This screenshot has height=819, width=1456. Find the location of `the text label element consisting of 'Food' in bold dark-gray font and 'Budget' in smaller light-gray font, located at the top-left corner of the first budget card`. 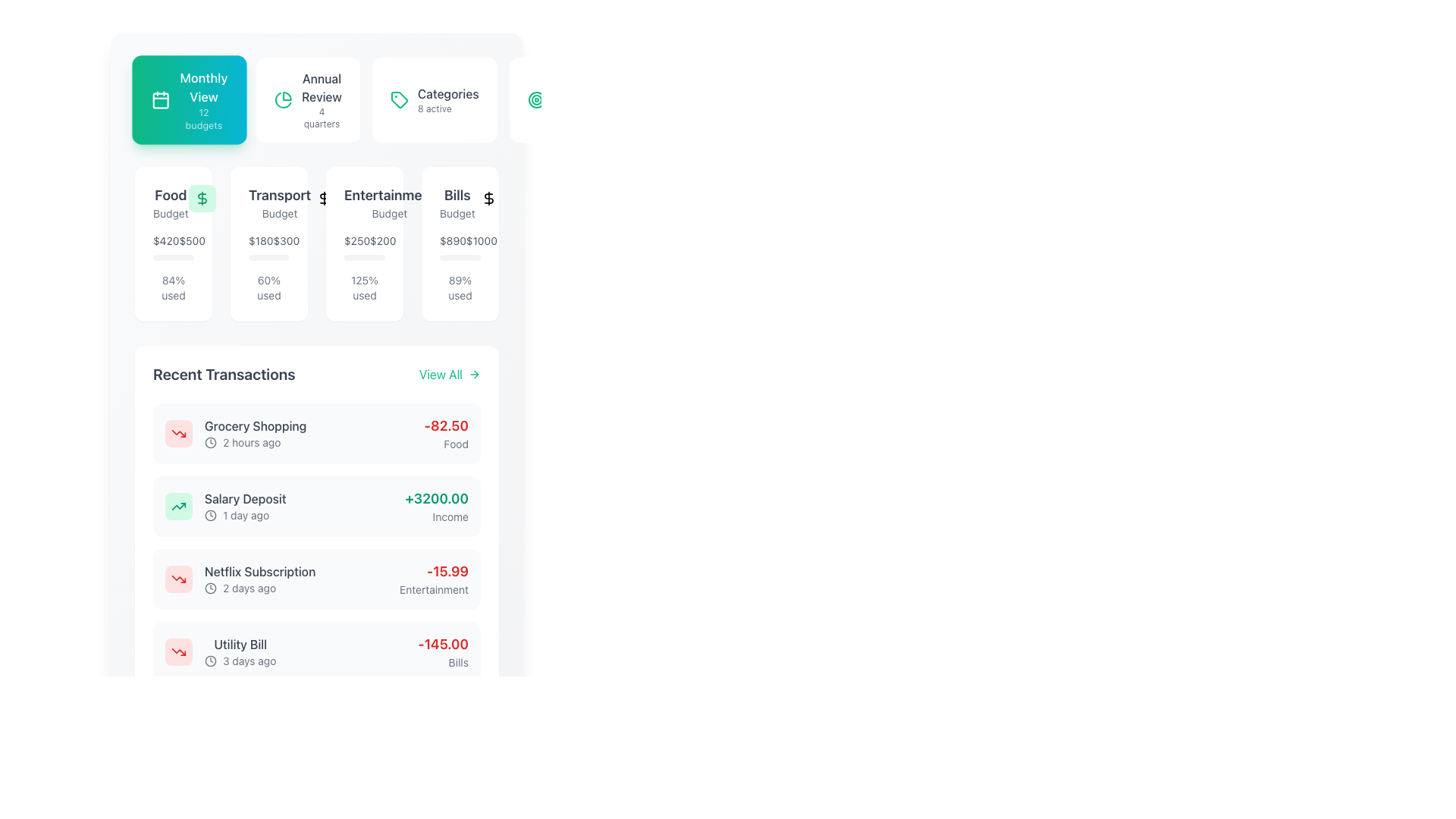

the text label element consisting of 'Food' in bold dark-gray font and 'Budget' in smaller light-gray font, located at the top-left corner of the first budget card is located at coordinates (171, 202).